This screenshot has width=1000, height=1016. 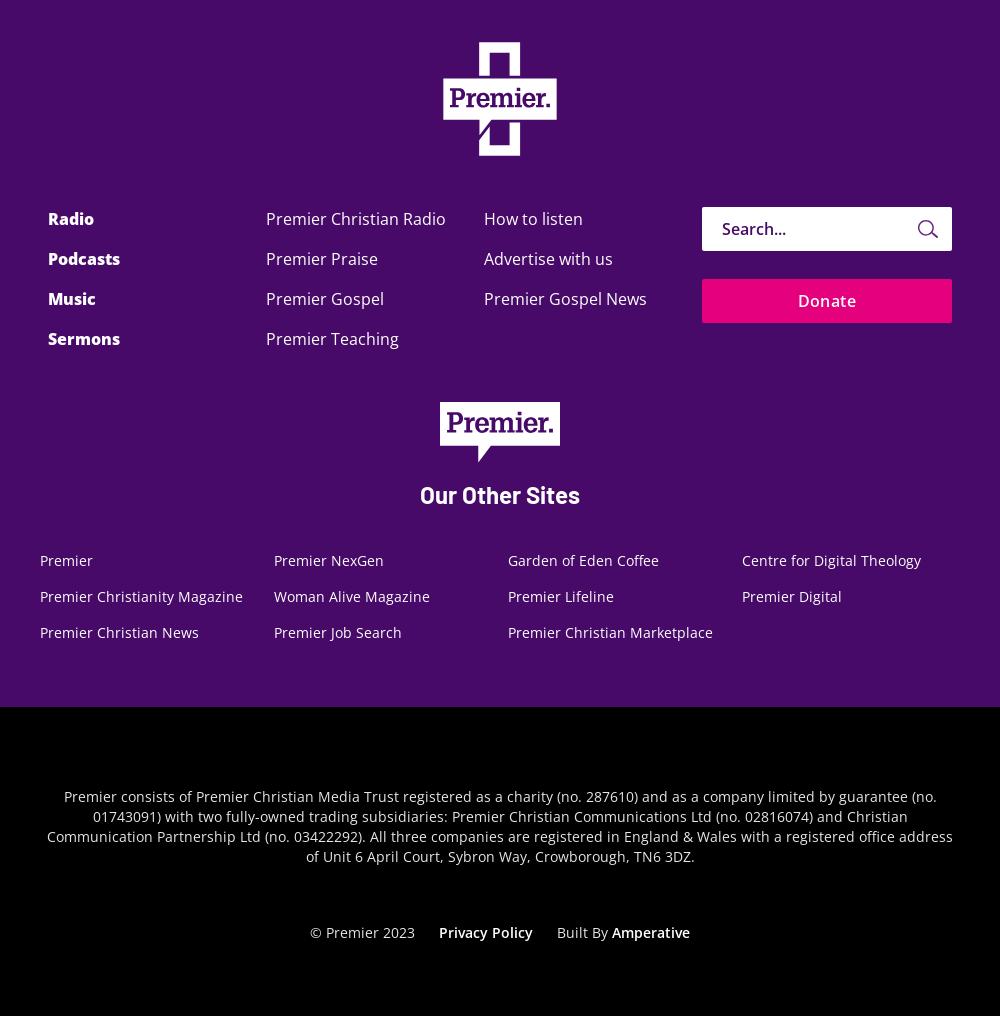 I want to click on 'Premier Praise', so click(x=320, y=257).